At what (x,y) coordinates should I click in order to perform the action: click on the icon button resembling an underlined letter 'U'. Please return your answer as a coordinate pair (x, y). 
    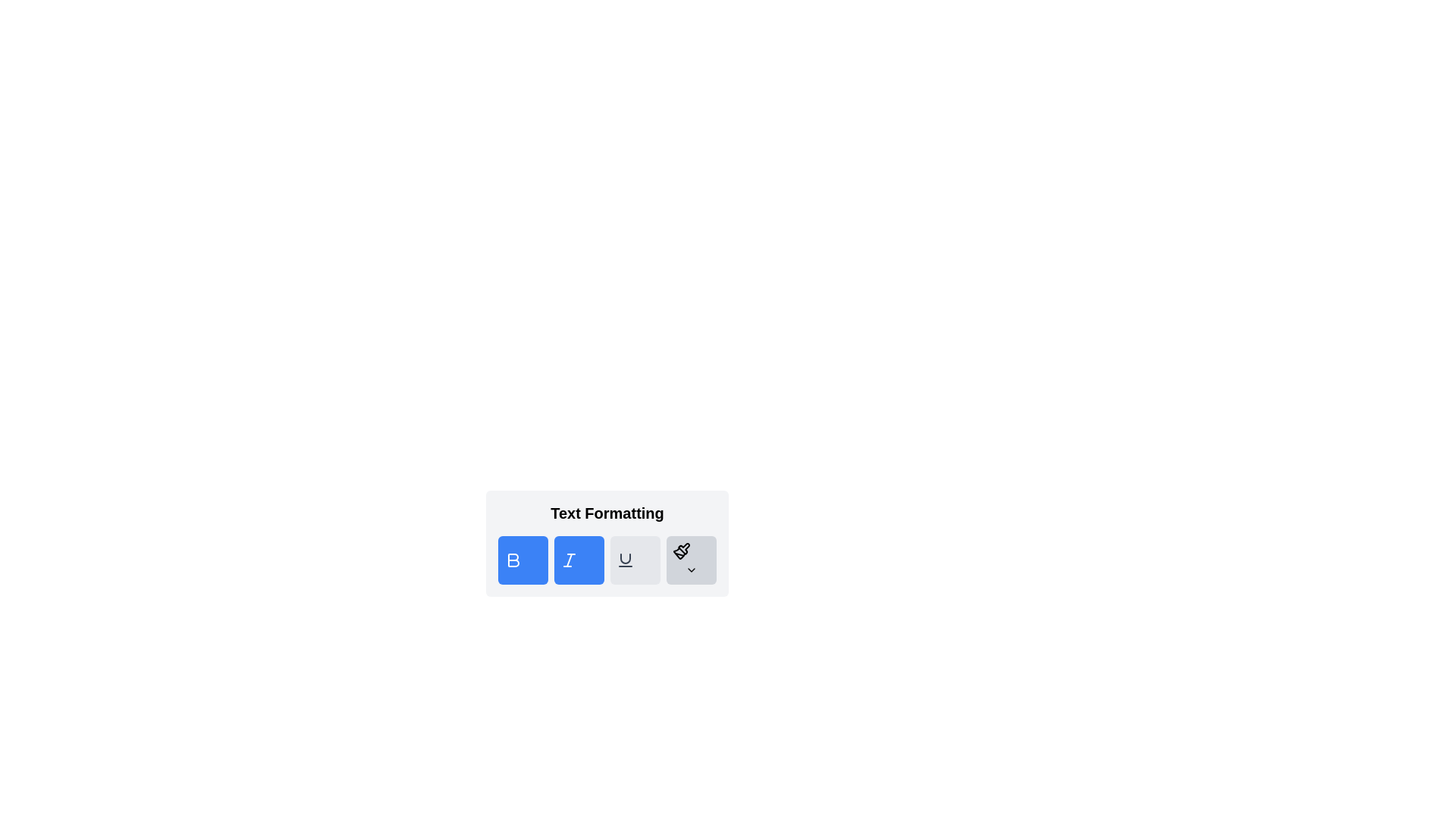
    Looking at the image, I should click on (626, 560).